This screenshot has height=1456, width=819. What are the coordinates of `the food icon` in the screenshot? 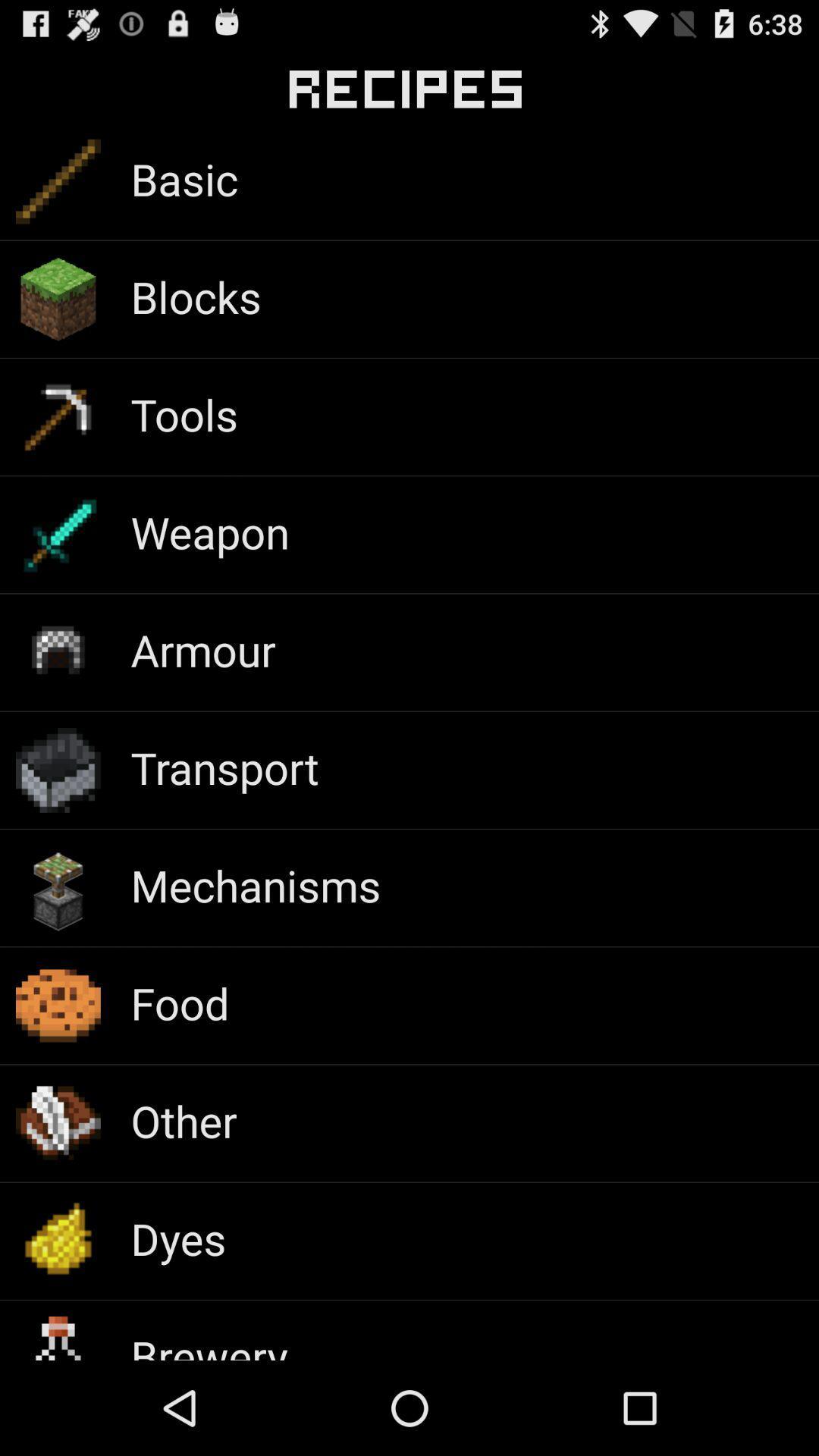 It's located at (179, 1003).